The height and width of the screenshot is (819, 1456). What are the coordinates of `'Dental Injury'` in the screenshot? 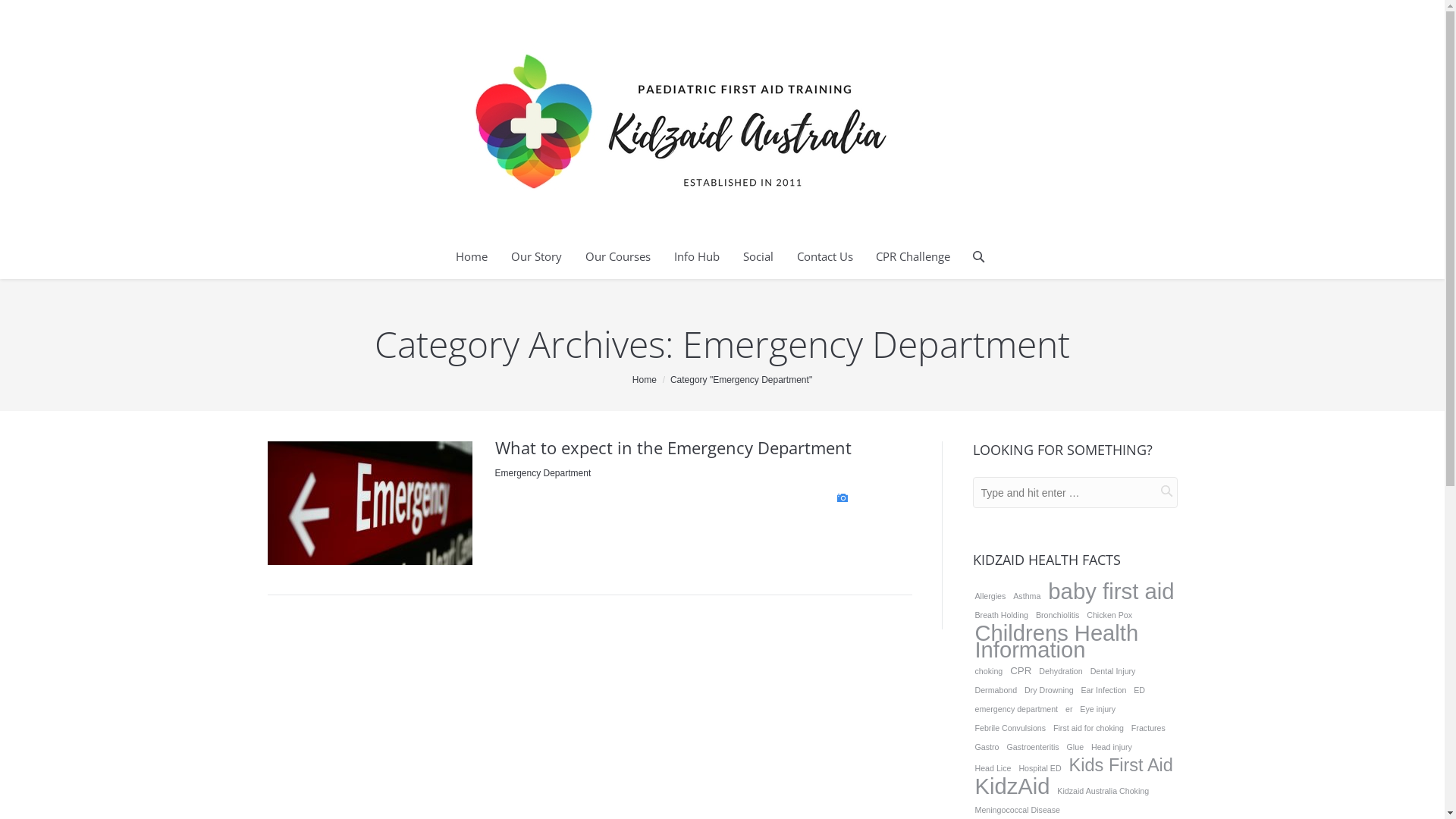 It's located at (1113, 670).